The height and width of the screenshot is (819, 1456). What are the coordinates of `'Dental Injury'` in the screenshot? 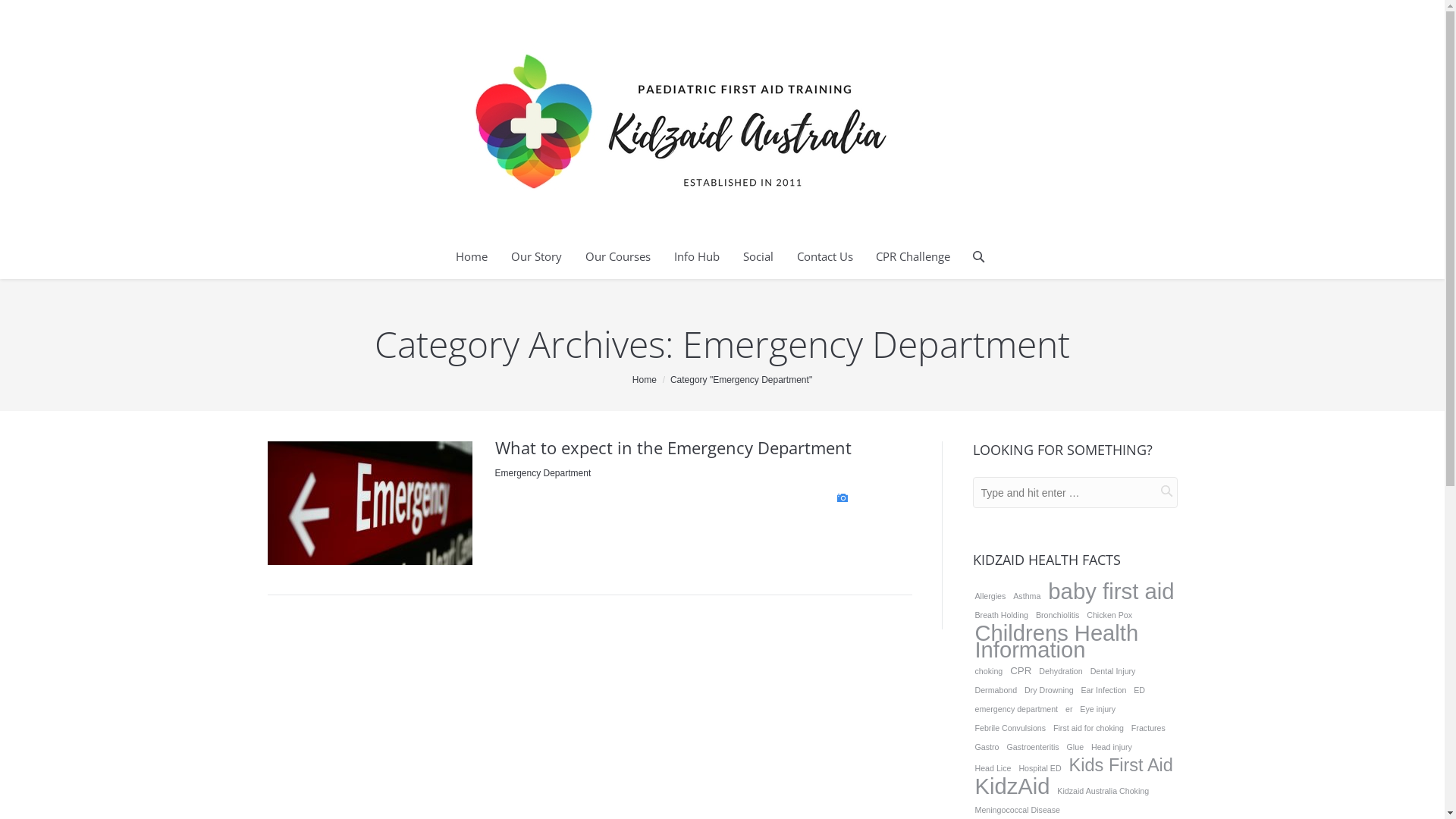 It's located at (1113, 670).